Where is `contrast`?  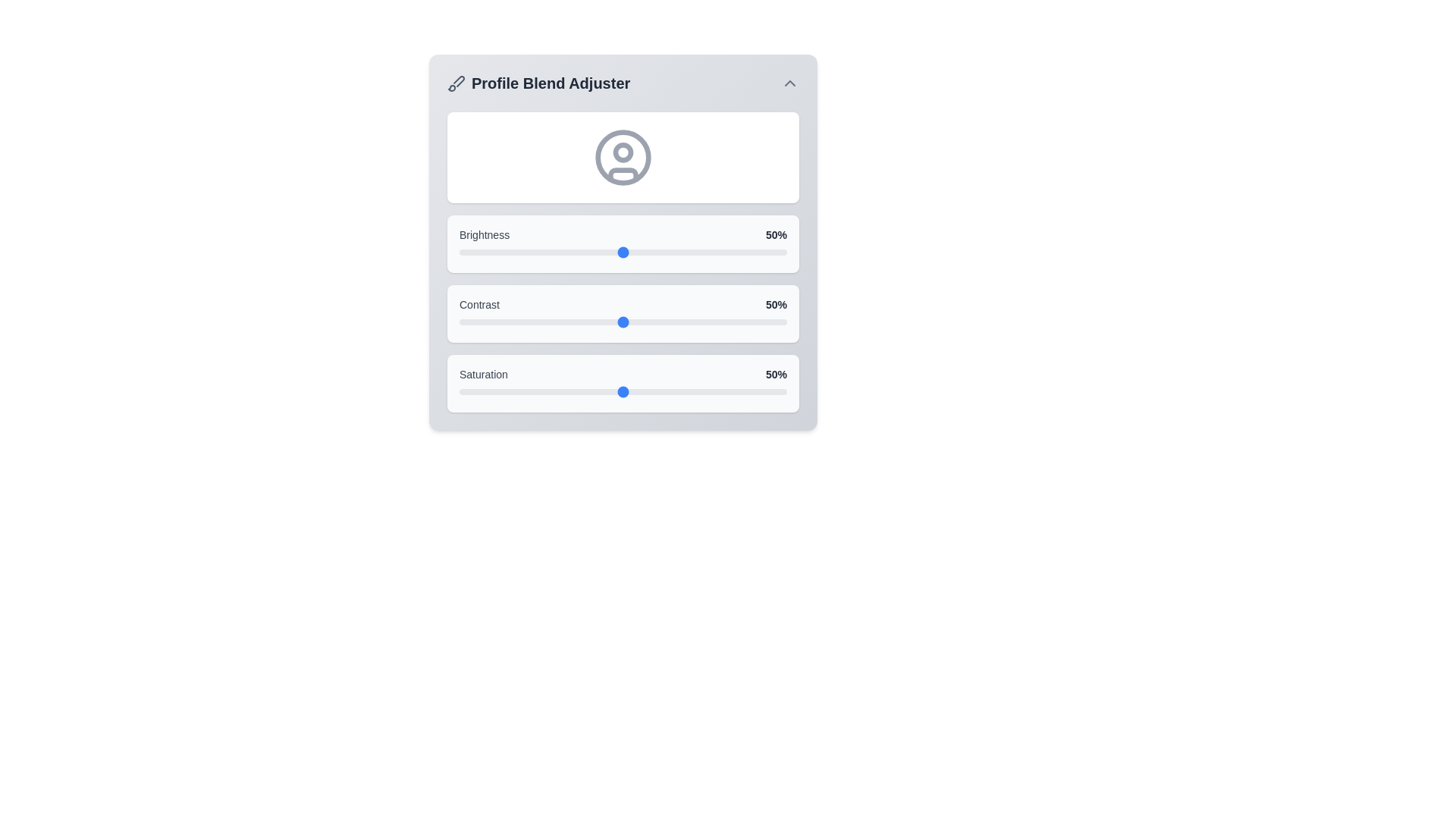 contrast is located at coordinates (573, 321).